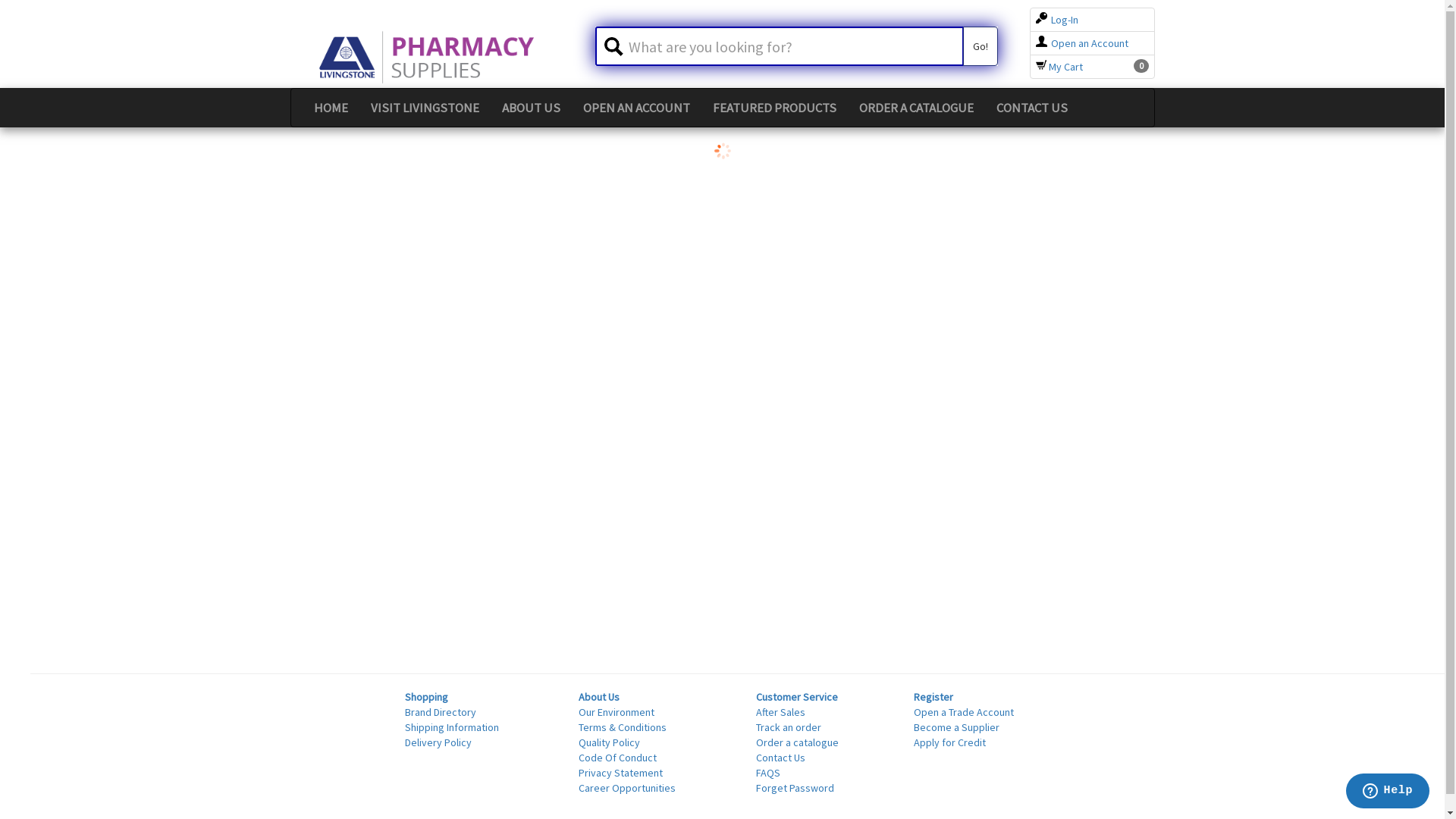  I want to click on 'Contact Us', so click(780, 758).